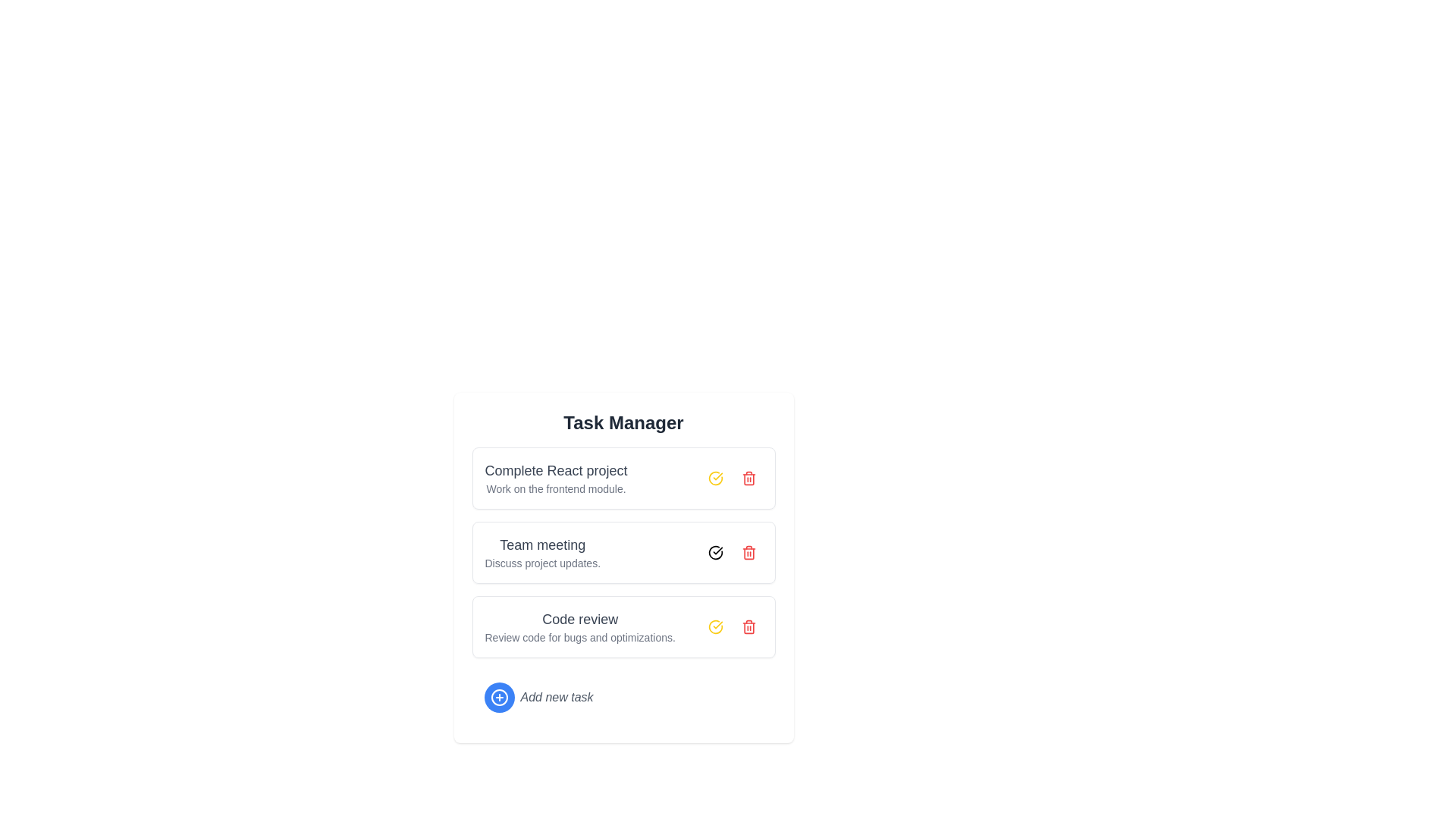  What do you see at coordinates (623, 698) in the screenshot?
I see `the Interactive button that allows users to initiate the addition of a new task entry, located below the 'Code review' task item in the task list` at bounding box center [623, 698].